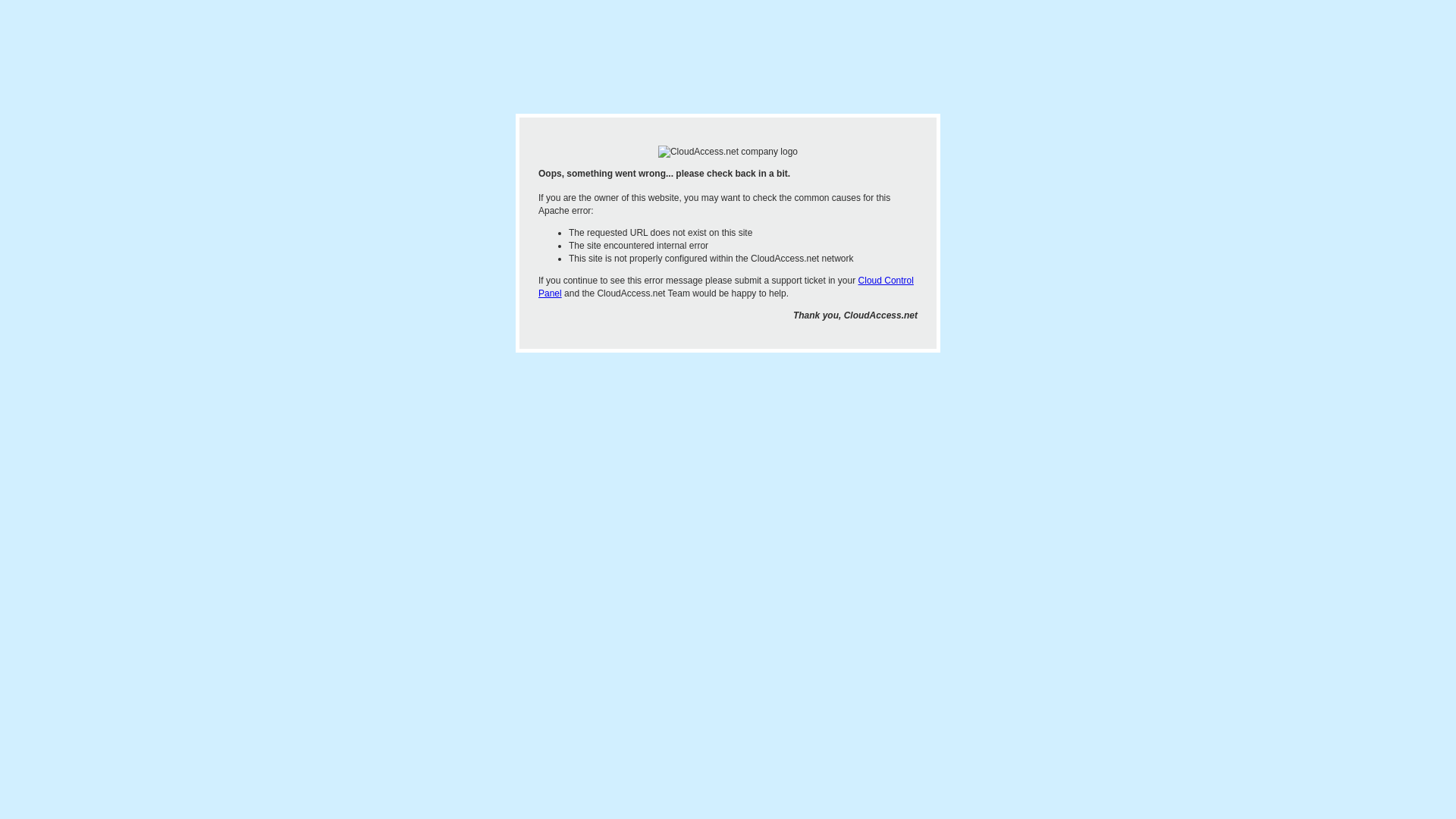 This screenshot has height=819, width=1456. I want to click on 'Cloud Control Panel', so click(725, 287).